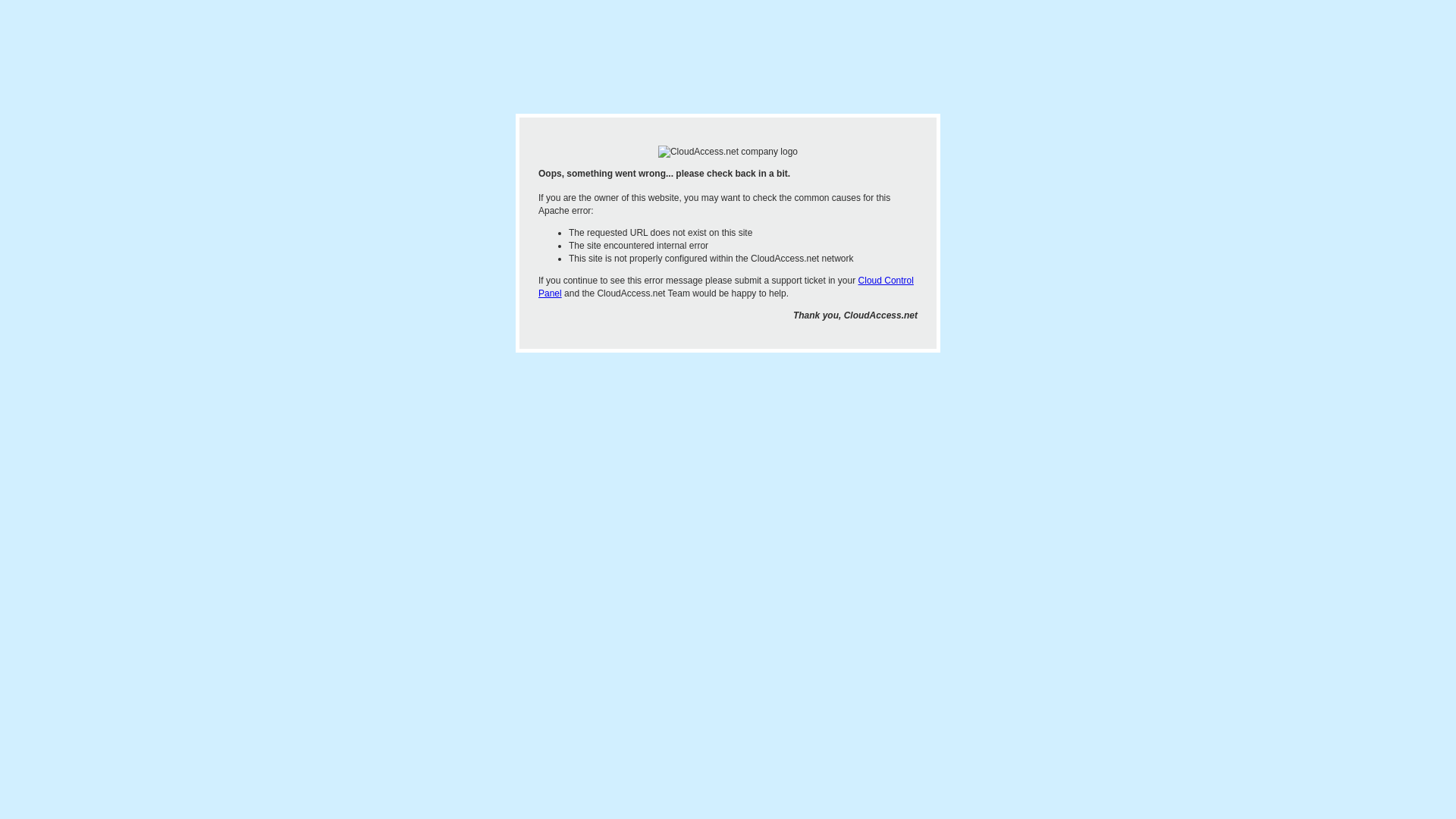 This screenshot has height=819, width=1456. I want to click on 'Cloud Control Panel', so click(725, 287).